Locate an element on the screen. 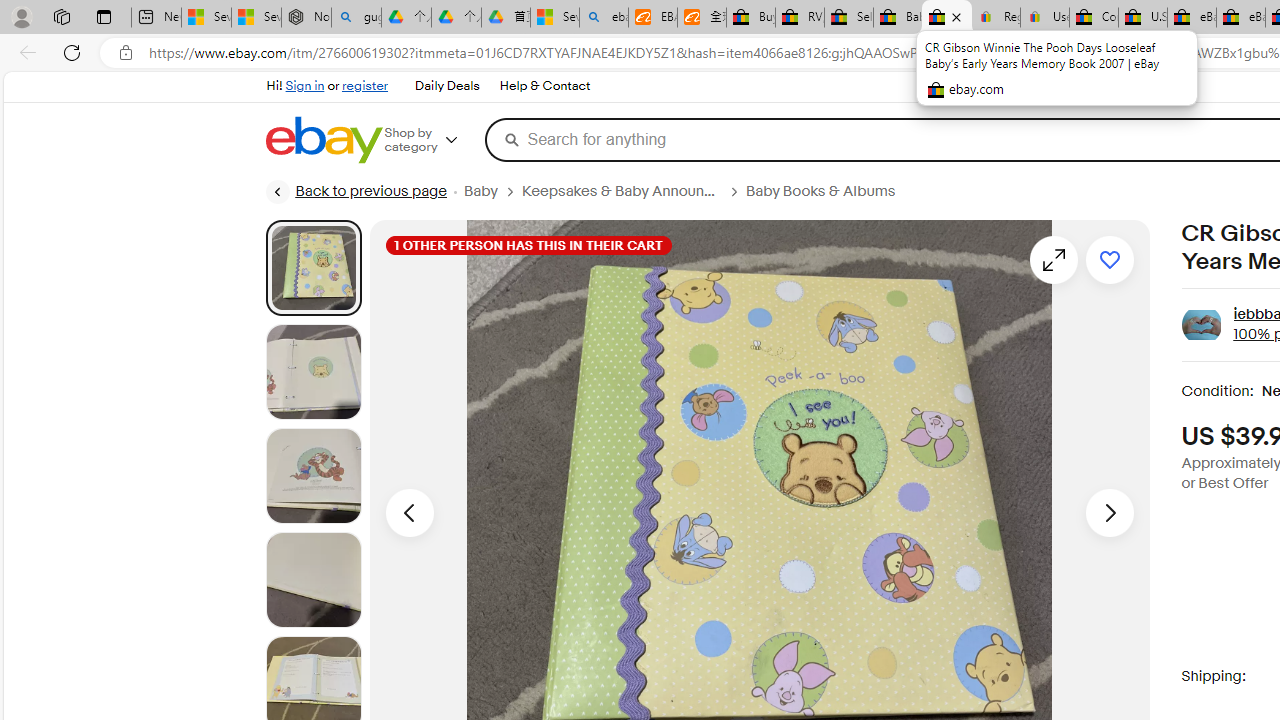 The height and width of the screenshot is (720, 1280). 'Daily Deals' is located at coordinates (445, 85).